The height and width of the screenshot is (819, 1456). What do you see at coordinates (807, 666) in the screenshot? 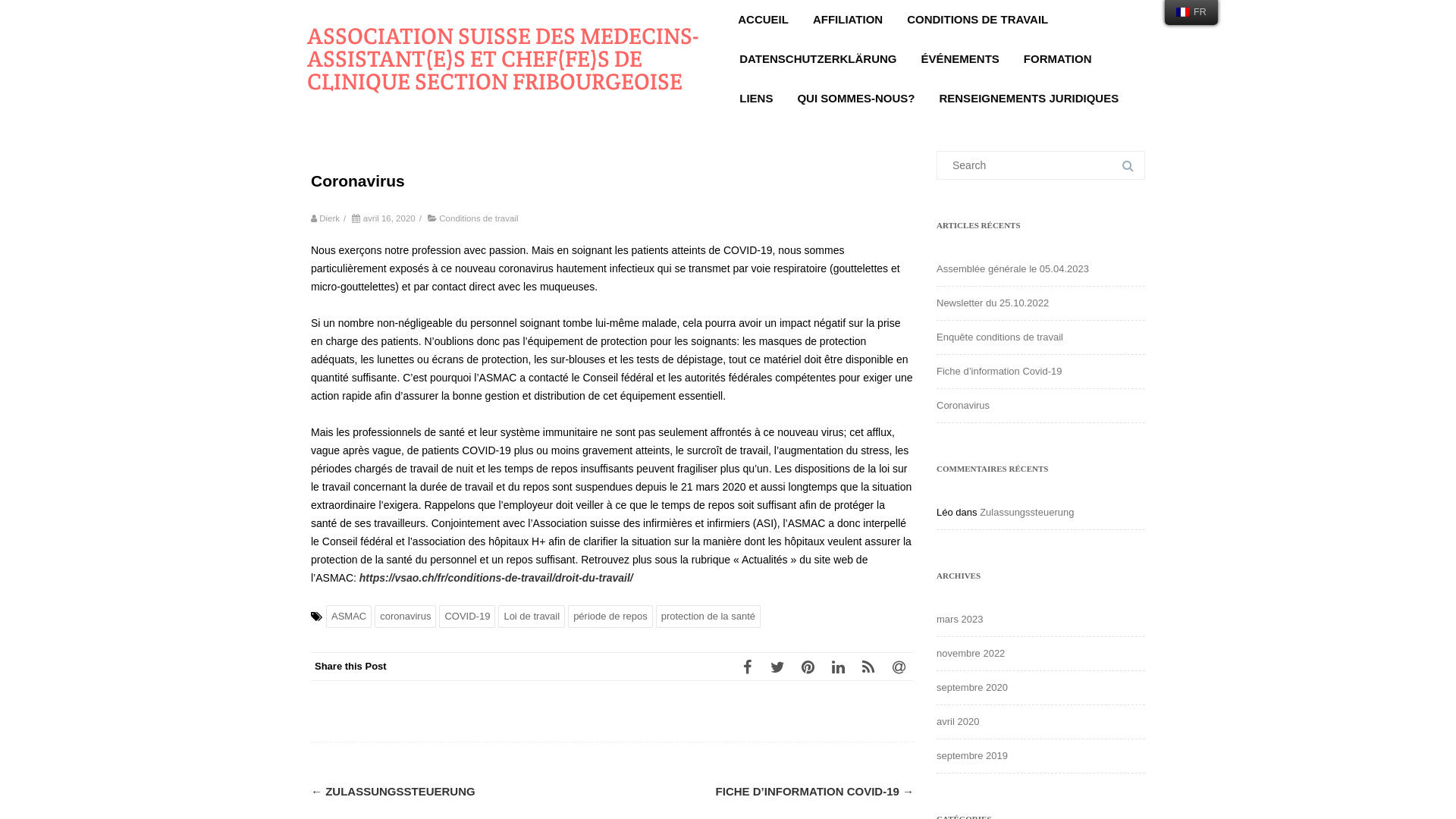
I see `'Pinterest'` at bounding box center [807, 666].